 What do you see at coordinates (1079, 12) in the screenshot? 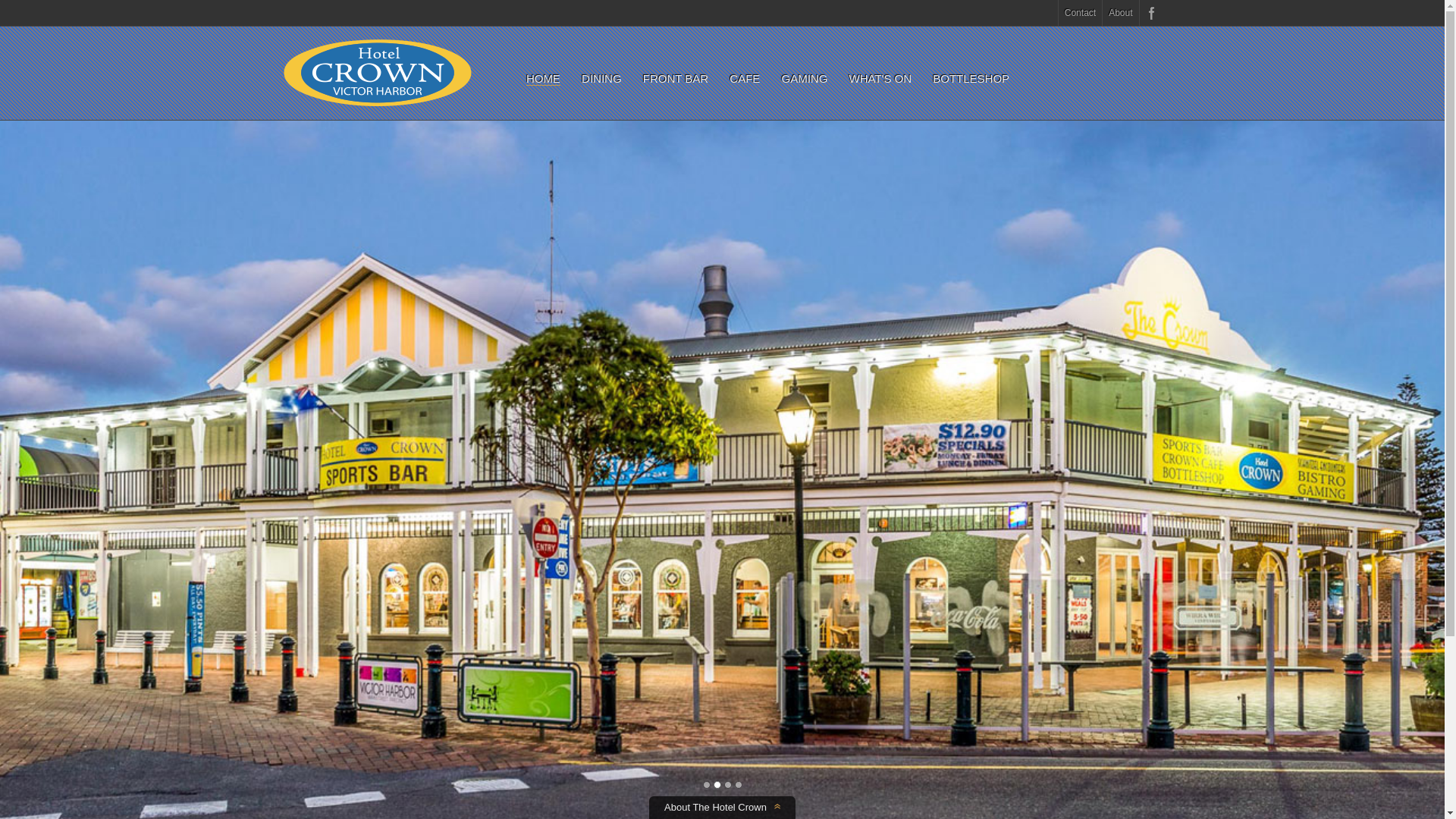
I see `'Contact'` at bounding box center [1079, 12].